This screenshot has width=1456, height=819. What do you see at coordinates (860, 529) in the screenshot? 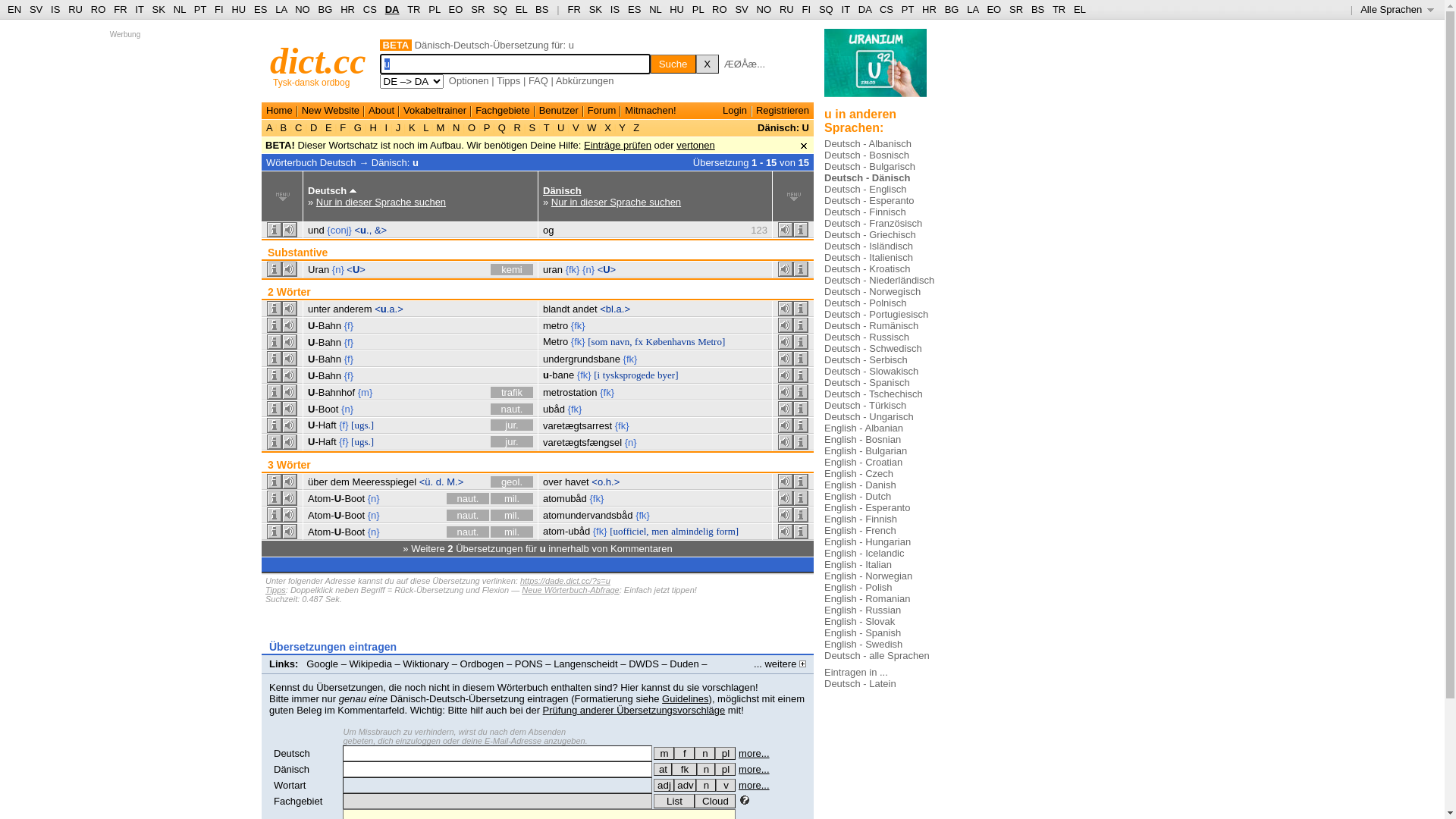
I see `'English - French'` at bounding box center [860, 529].